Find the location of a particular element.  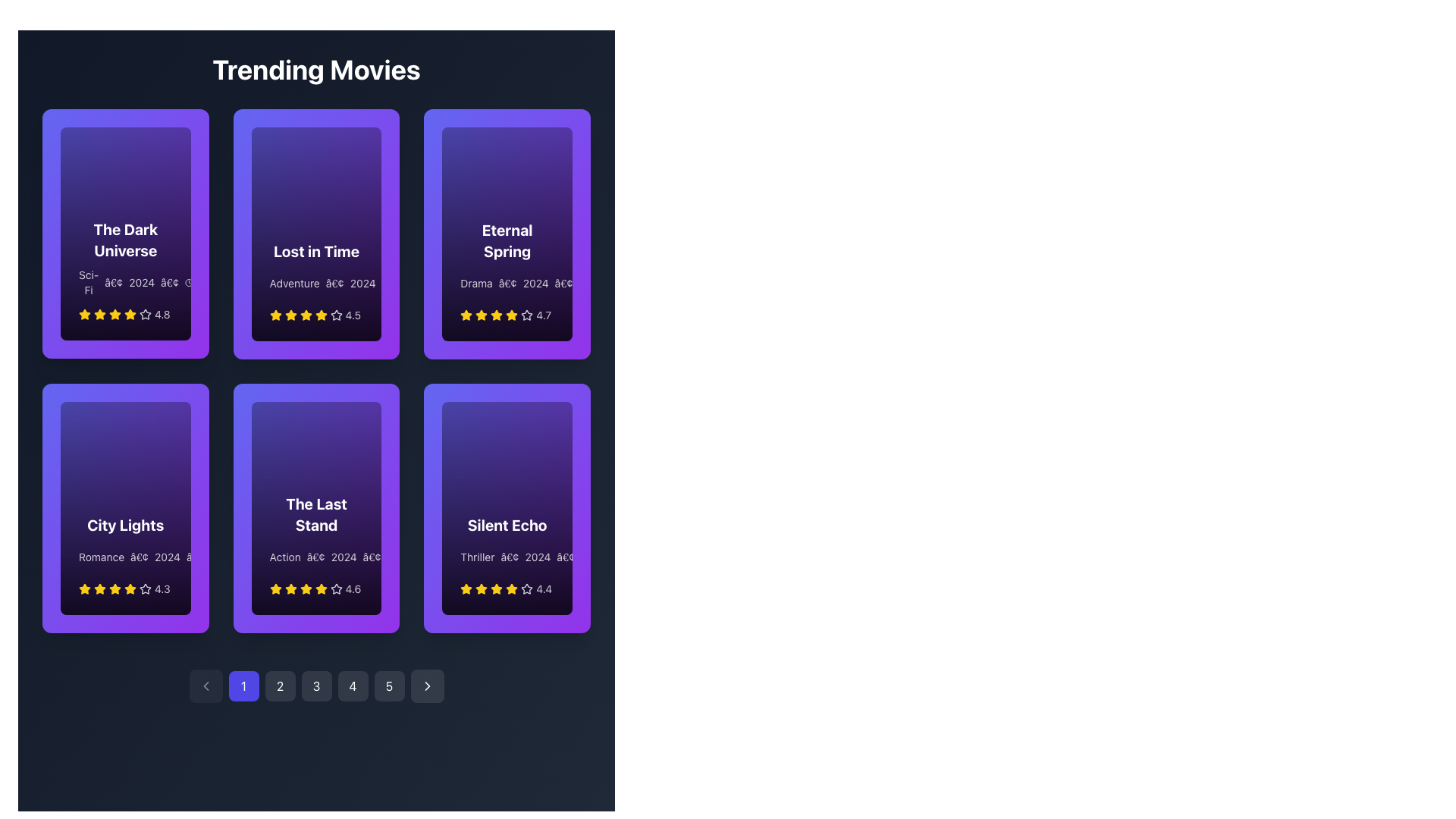

the fifth star icon in the rating bar for the 'Eternal Spring' movie to interact with its rating representation is located at coordinates (527, 314).